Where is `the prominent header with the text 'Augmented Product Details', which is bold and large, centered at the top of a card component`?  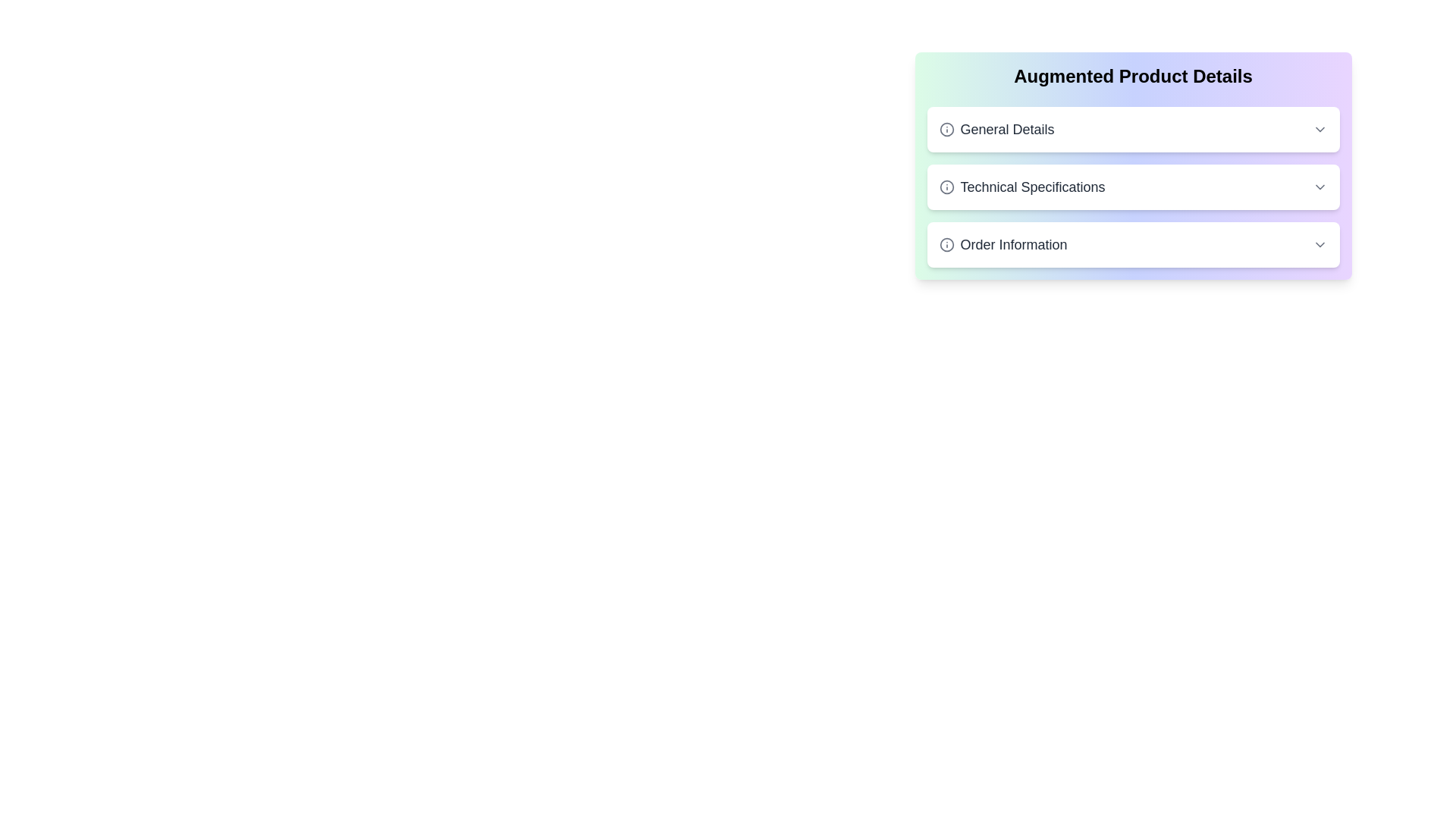
the prominent header with the text 'Augmented Product Details', which is bold and large, centered at the top of a card component is located at coordinates (1133, 76).